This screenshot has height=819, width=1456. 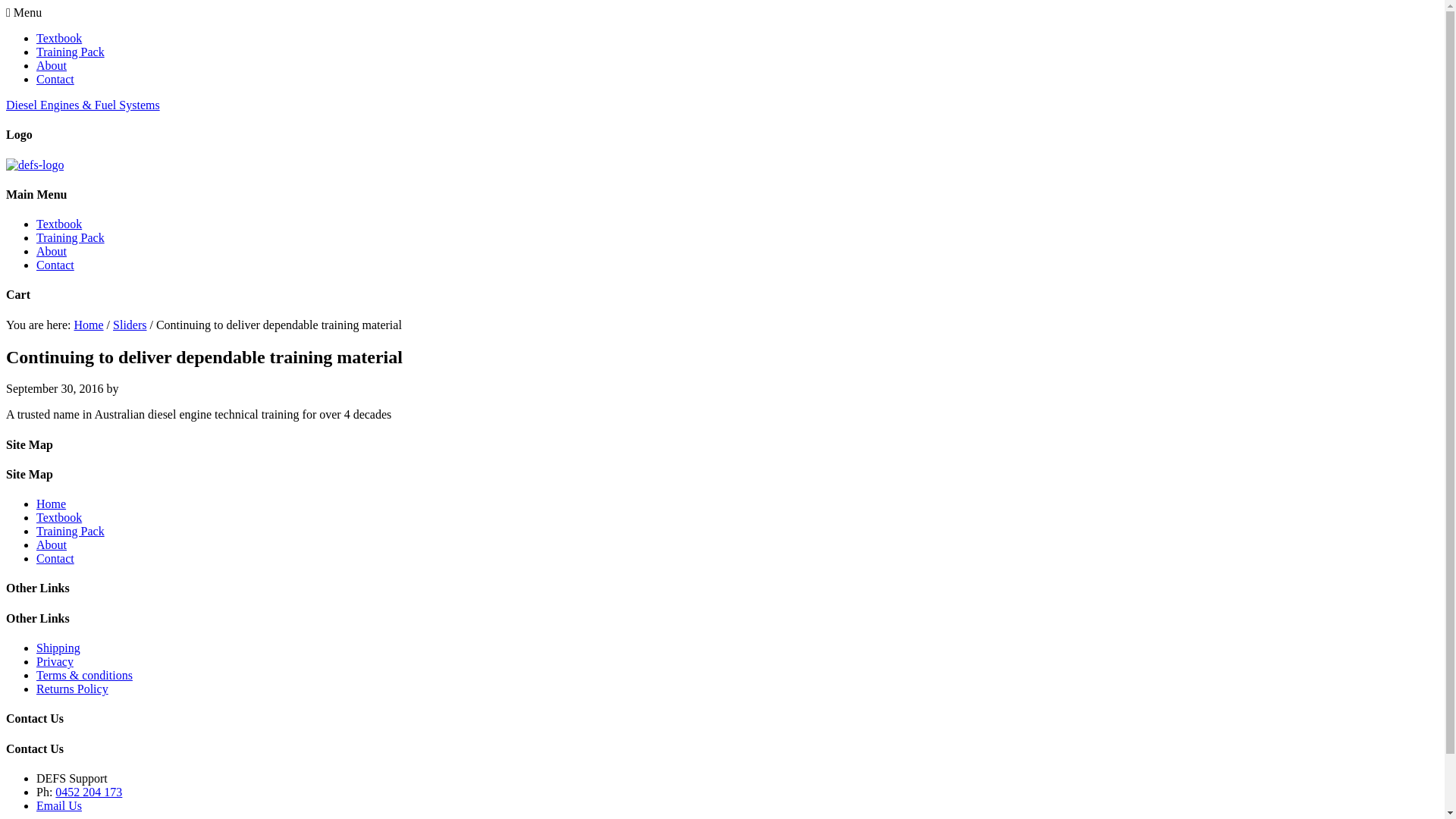 What do you see at coordinates (55, 264) in the screenshot?
I see `'Contact'` at bounding box center [55, 264].